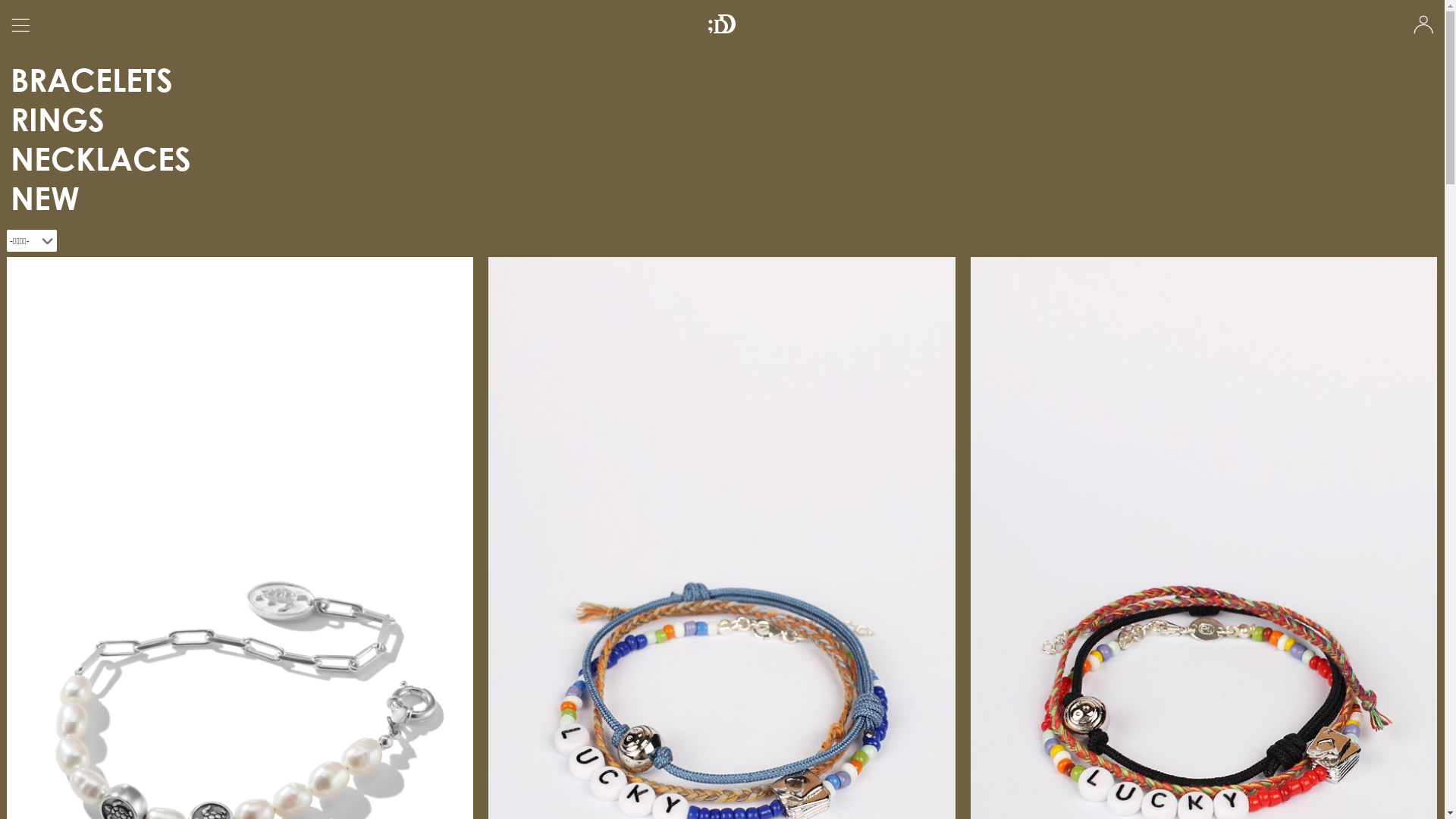 The height and width of the screenshot is (819, 1456). What do you see at coordinates (90, 79) in the screenshot?
I see `'BRACELETS'` at bounding box center [90, 79].